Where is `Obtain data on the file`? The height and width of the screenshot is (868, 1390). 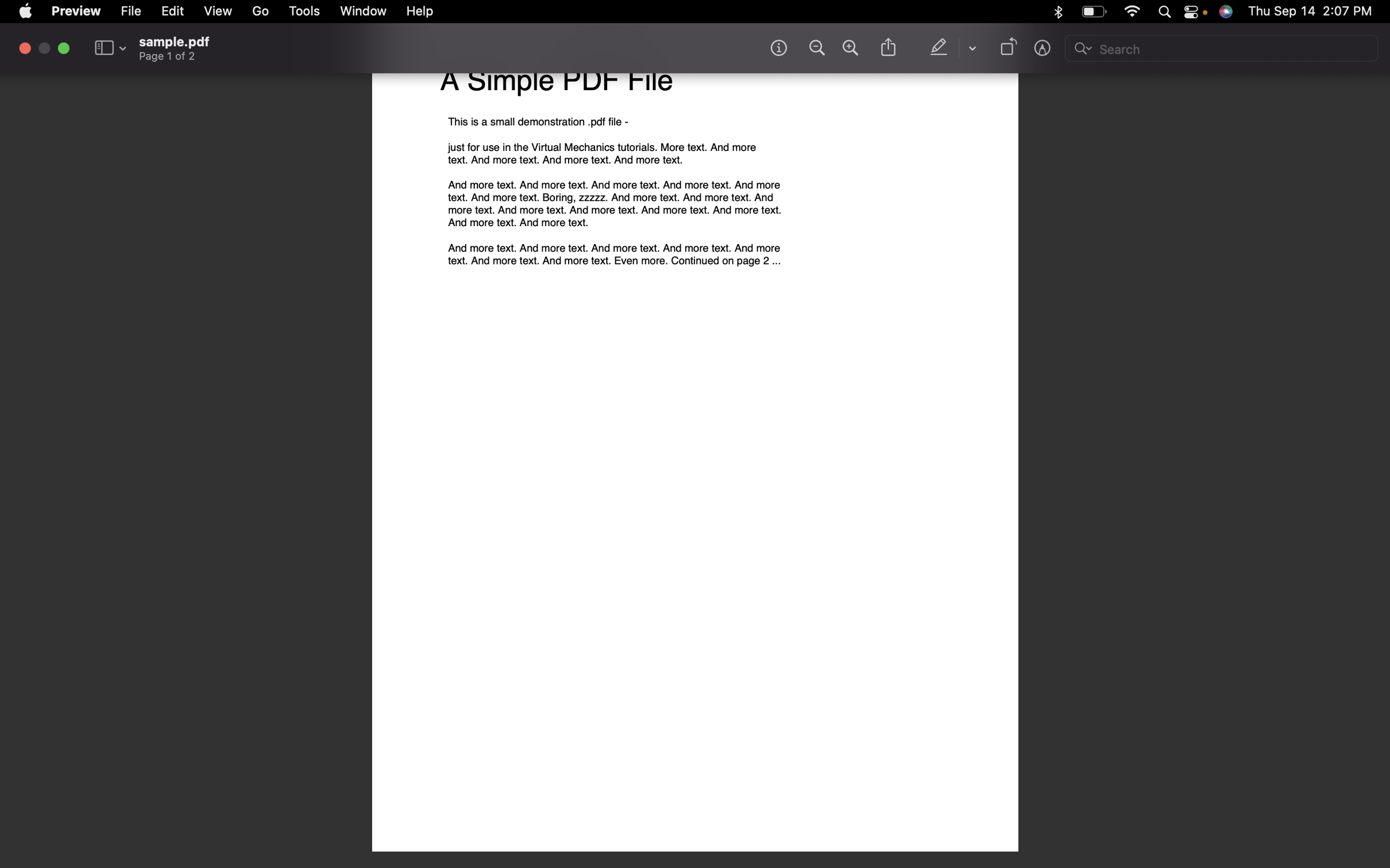 Obtain data on the file is located at coordinates (778, 46).